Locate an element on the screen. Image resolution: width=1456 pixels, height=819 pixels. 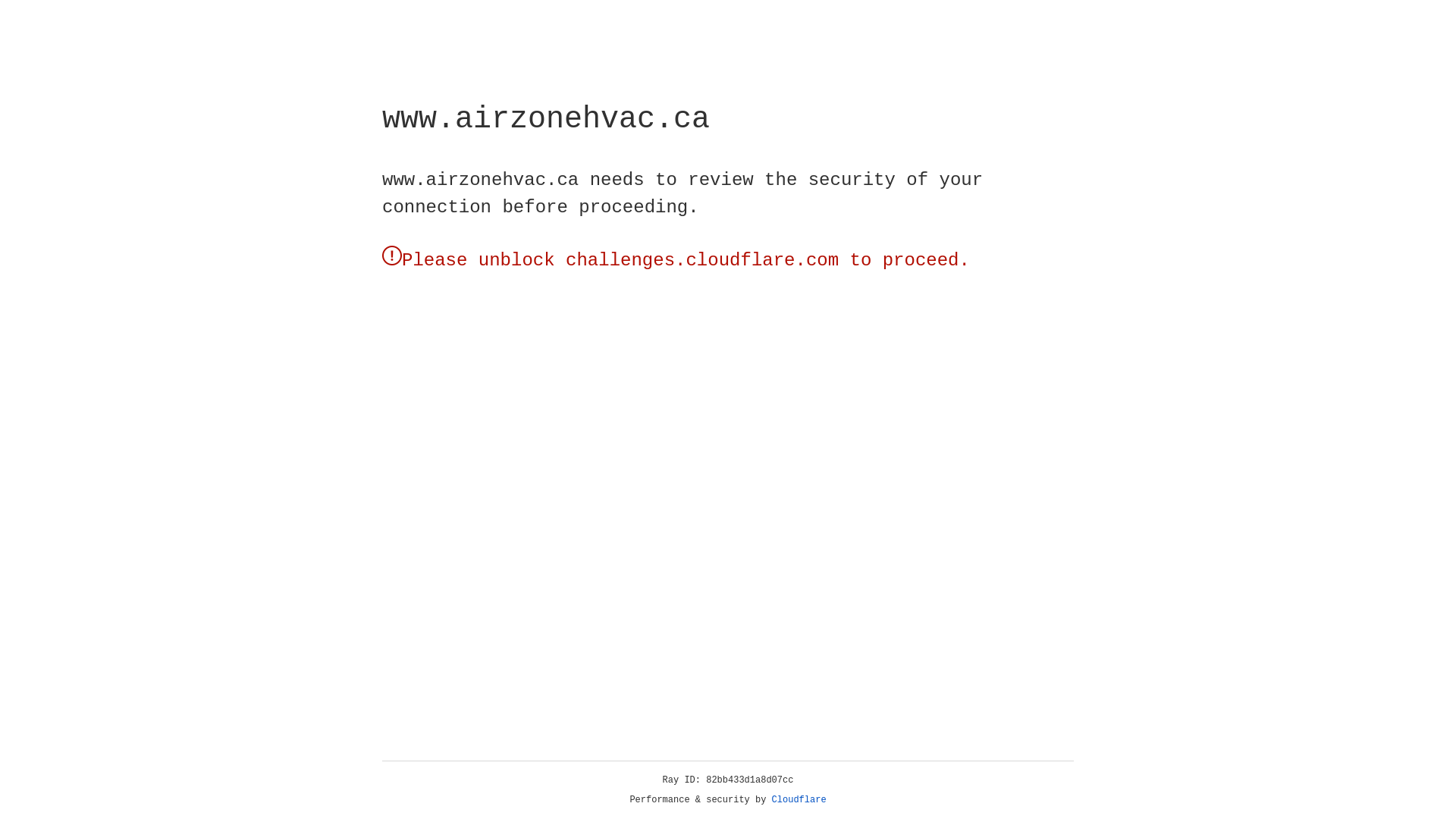
'Cloudflare' is located at coordinates (799, 799).